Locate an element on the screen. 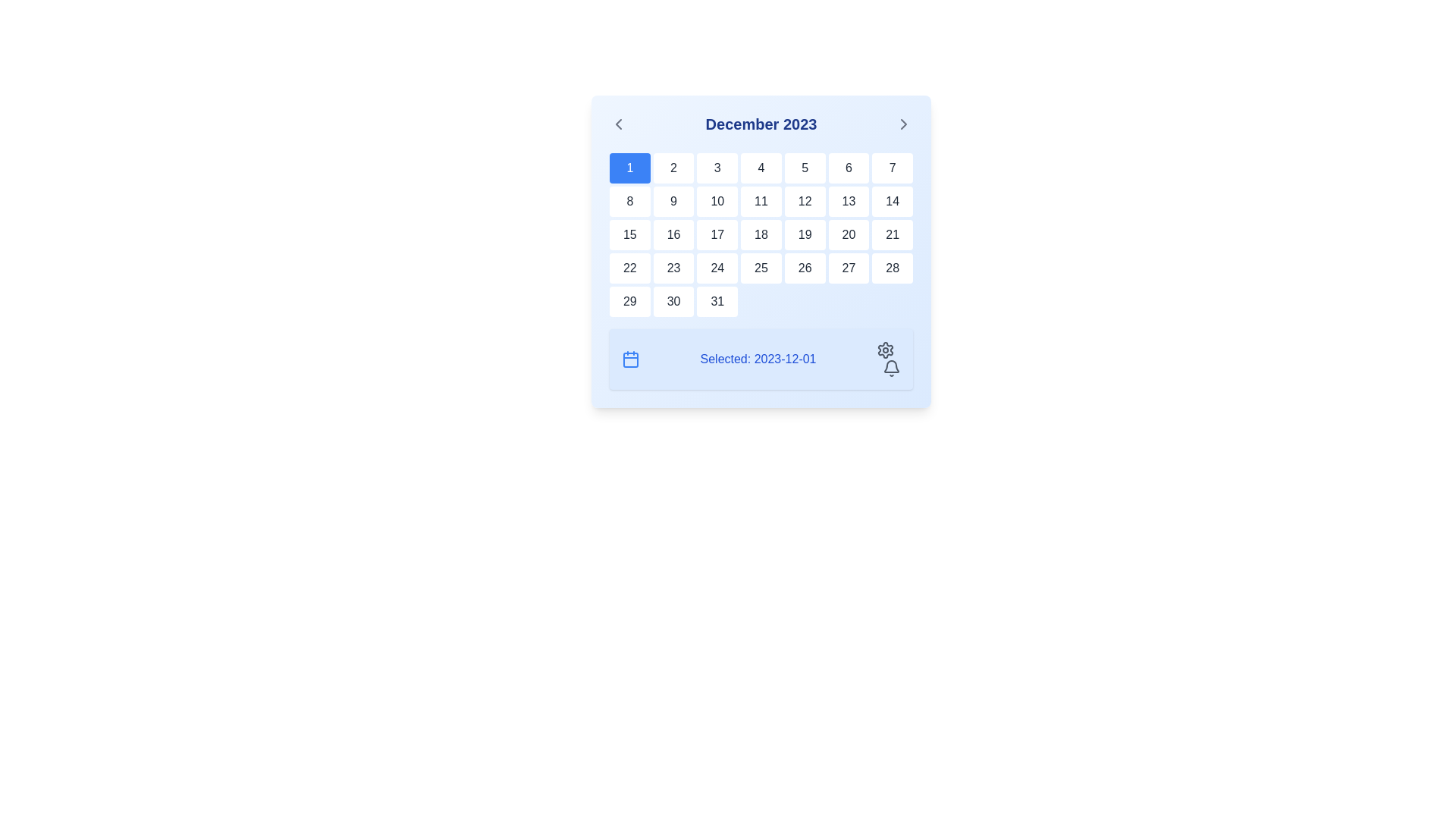 This screenshot has height=819, width=1456. the square button labeled '3' which has a white background and dark gray text is located at coordinates (717, 168).